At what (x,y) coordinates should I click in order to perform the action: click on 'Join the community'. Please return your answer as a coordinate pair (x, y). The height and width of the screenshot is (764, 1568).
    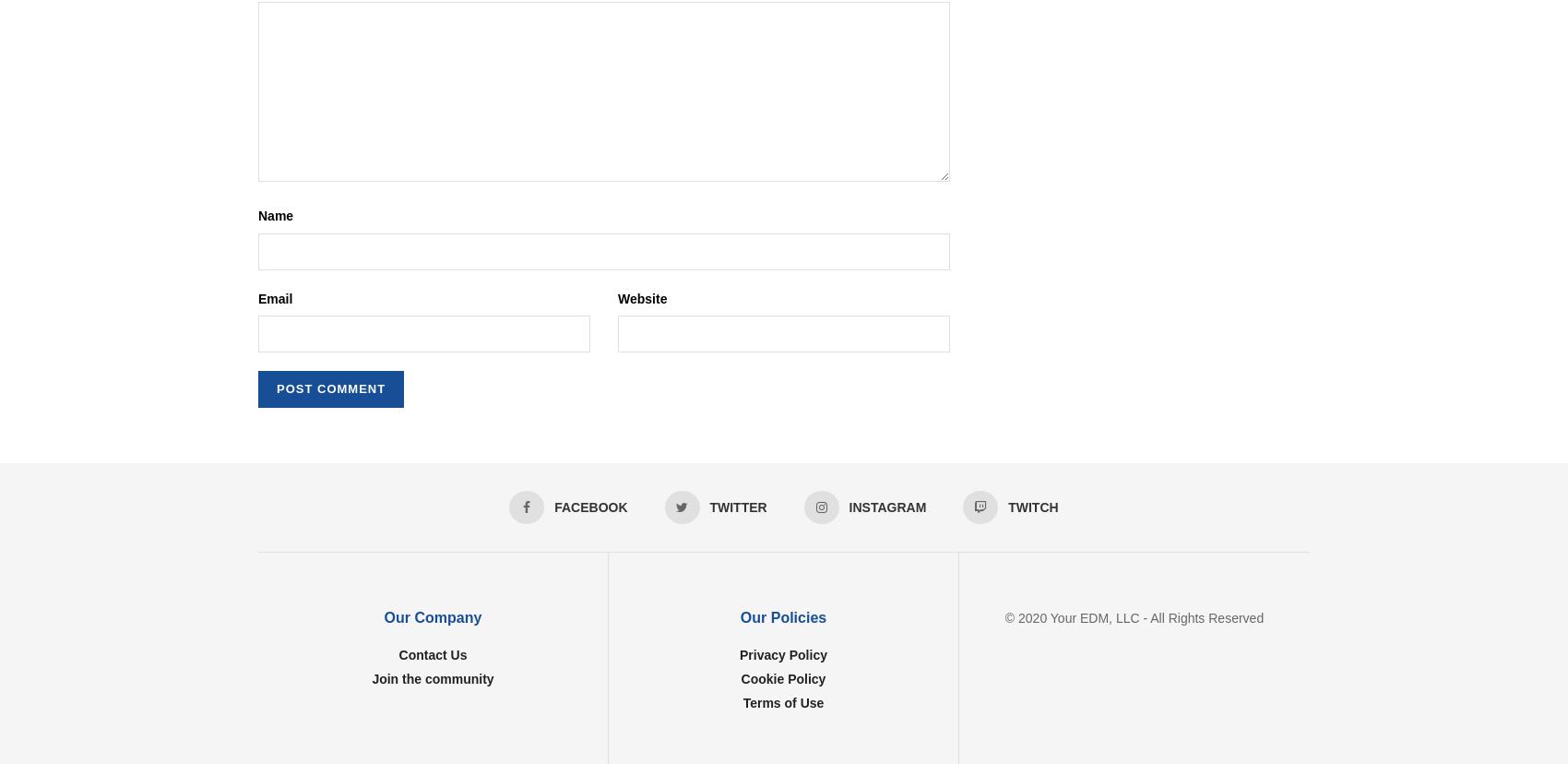
    Looking at the image, I should click on (371, 677).